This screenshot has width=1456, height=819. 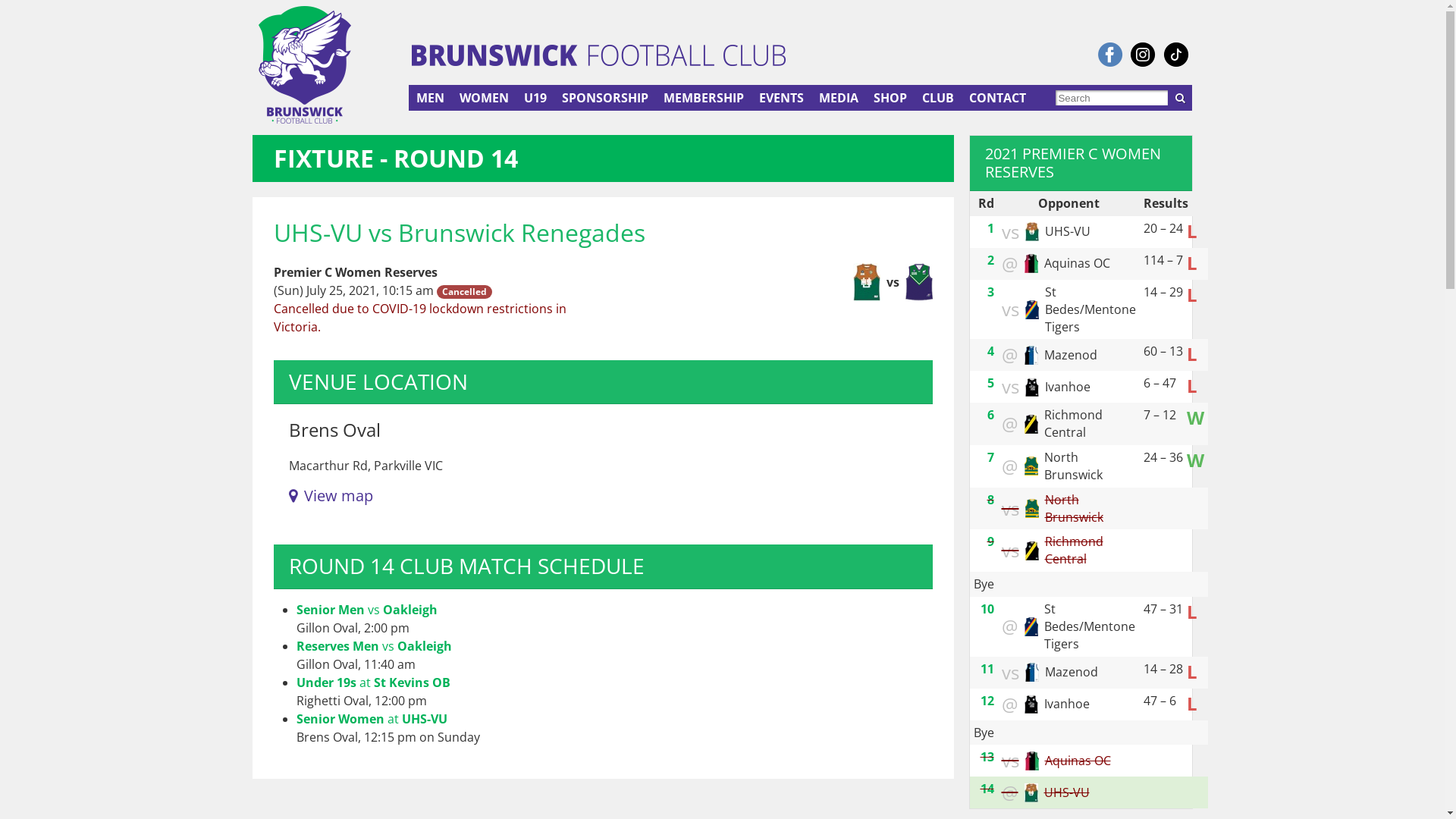 I want to click on '5', so click(x=990, y=382).